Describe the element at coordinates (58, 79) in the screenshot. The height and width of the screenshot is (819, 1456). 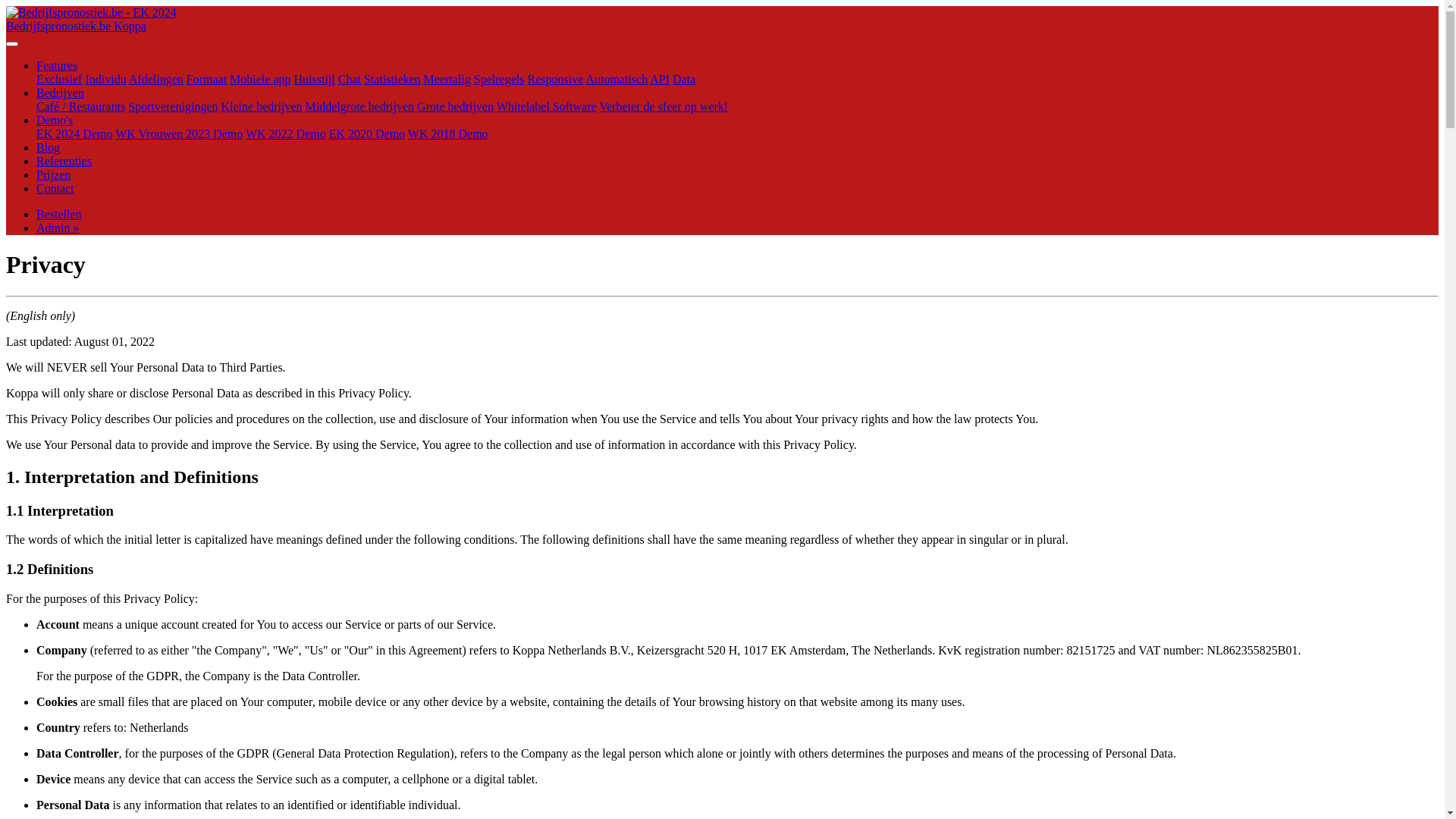
I see `'Exclusief'` at that location.